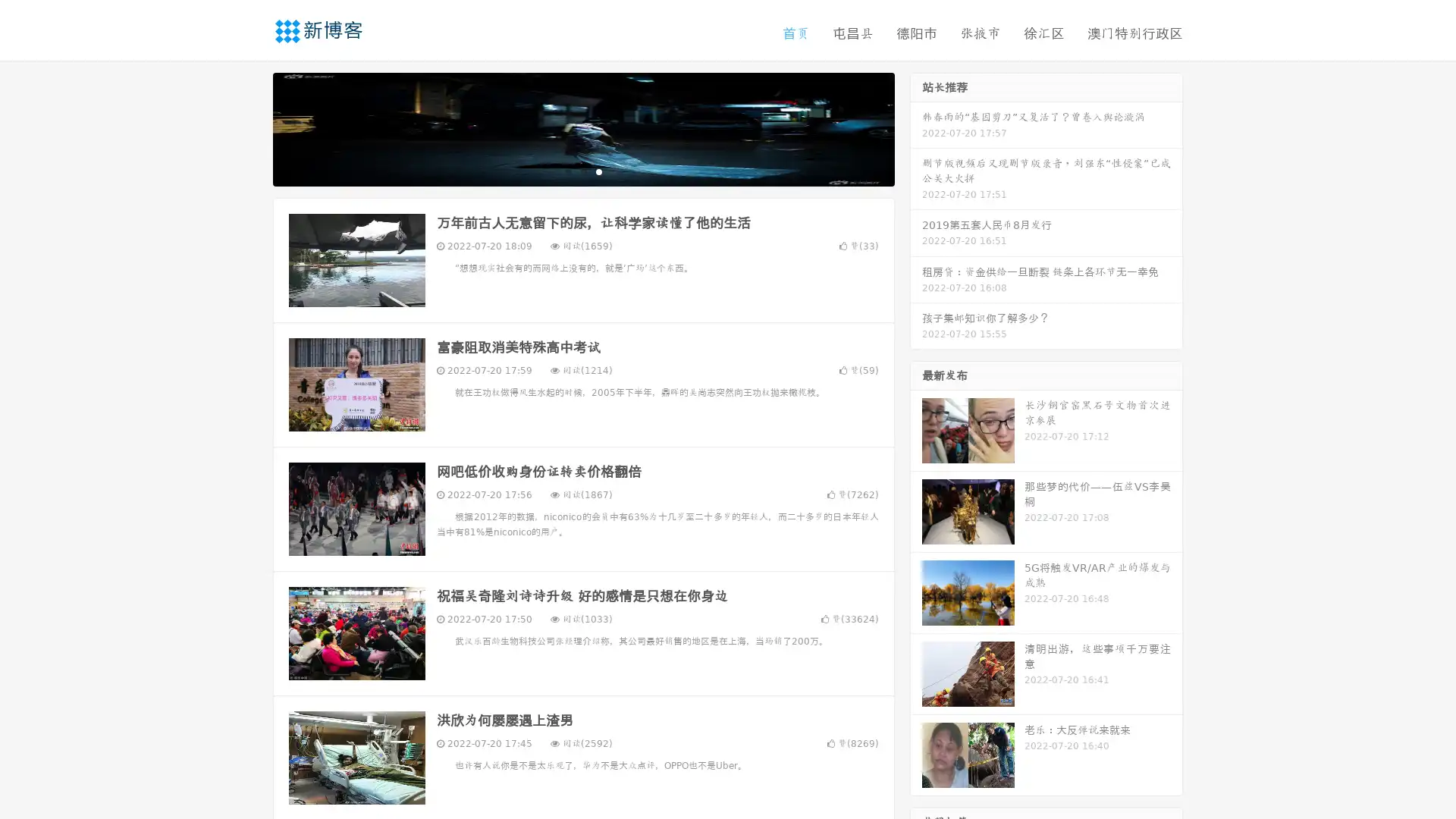 The image size is (1456, 819). Describe the element at coordinates (916, 127) in the screenshot. I see `Next slide` at that location.